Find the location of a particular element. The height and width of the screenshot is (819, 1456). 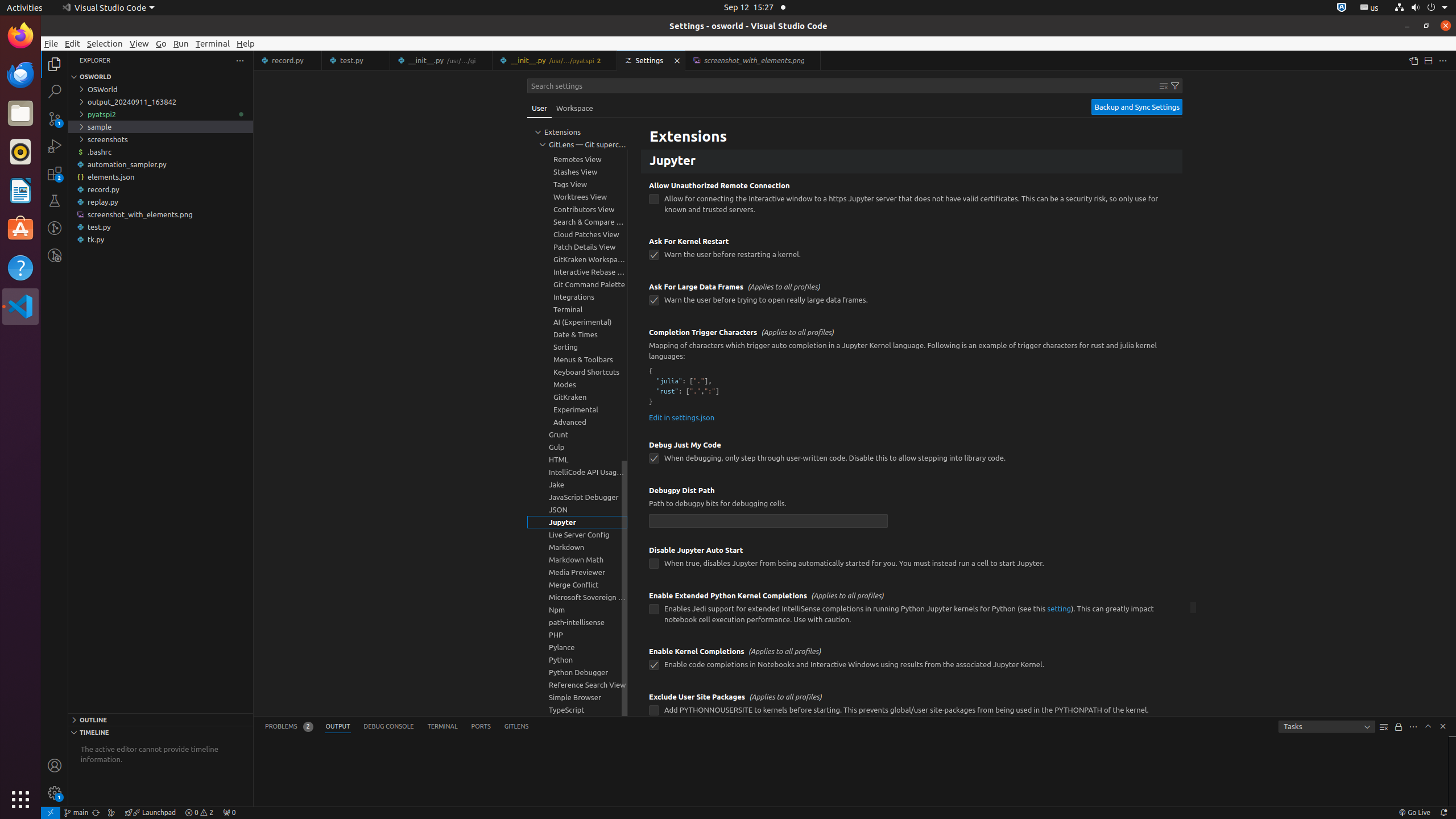

'JSON, group' is located at coordinates (577, 509).